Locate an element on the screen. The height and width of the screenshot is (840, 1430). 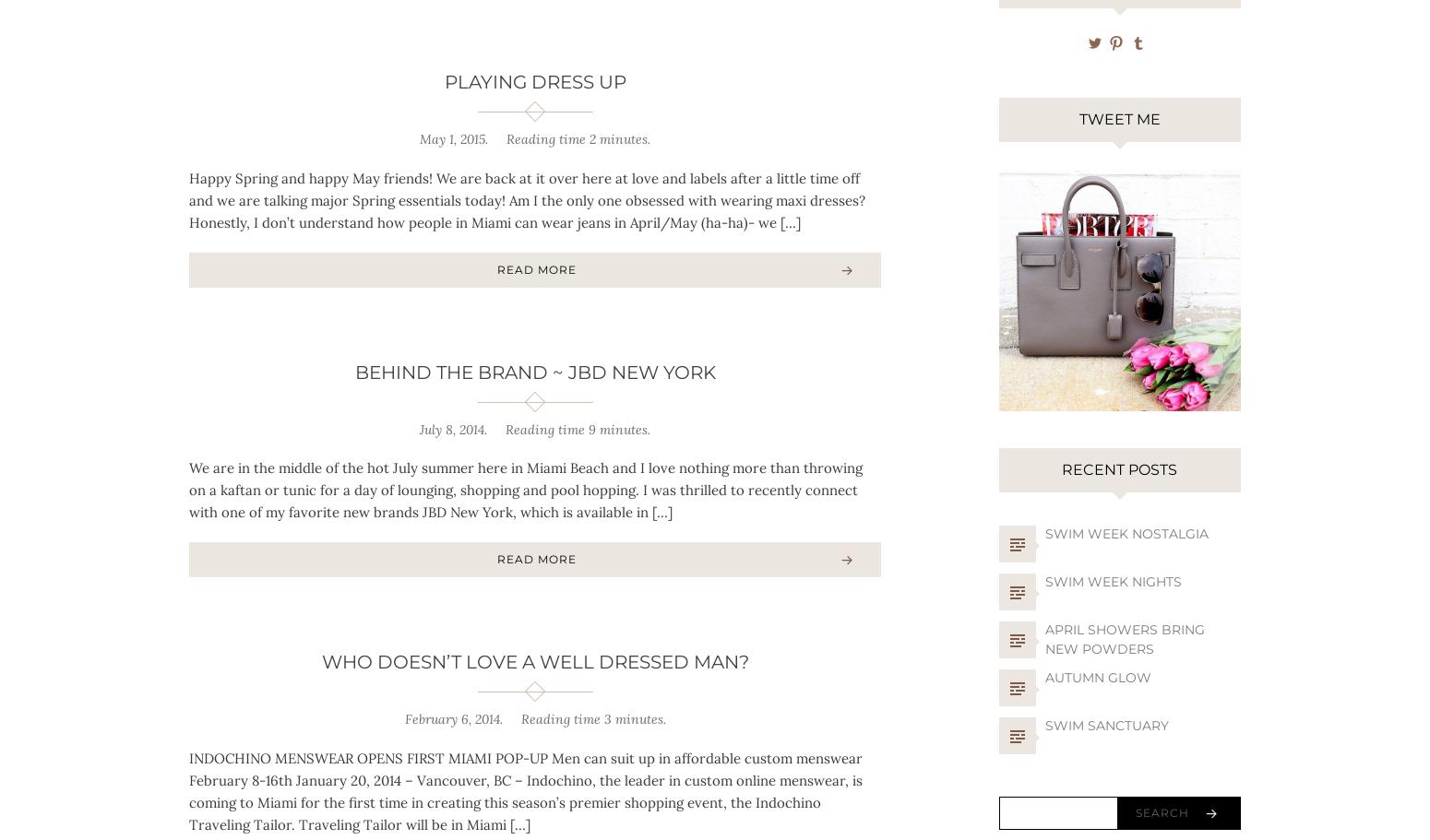
'We are in the middle of the hot July summer here in Miami Beach and I love nothing more than throwing on a kaftan or tunic for a day of lounging, shopping and pool hopping. I was thrilled to recently connect with one of my favorite new brands JBD New York, which is available in […]' is located at coordinates (188, 489).